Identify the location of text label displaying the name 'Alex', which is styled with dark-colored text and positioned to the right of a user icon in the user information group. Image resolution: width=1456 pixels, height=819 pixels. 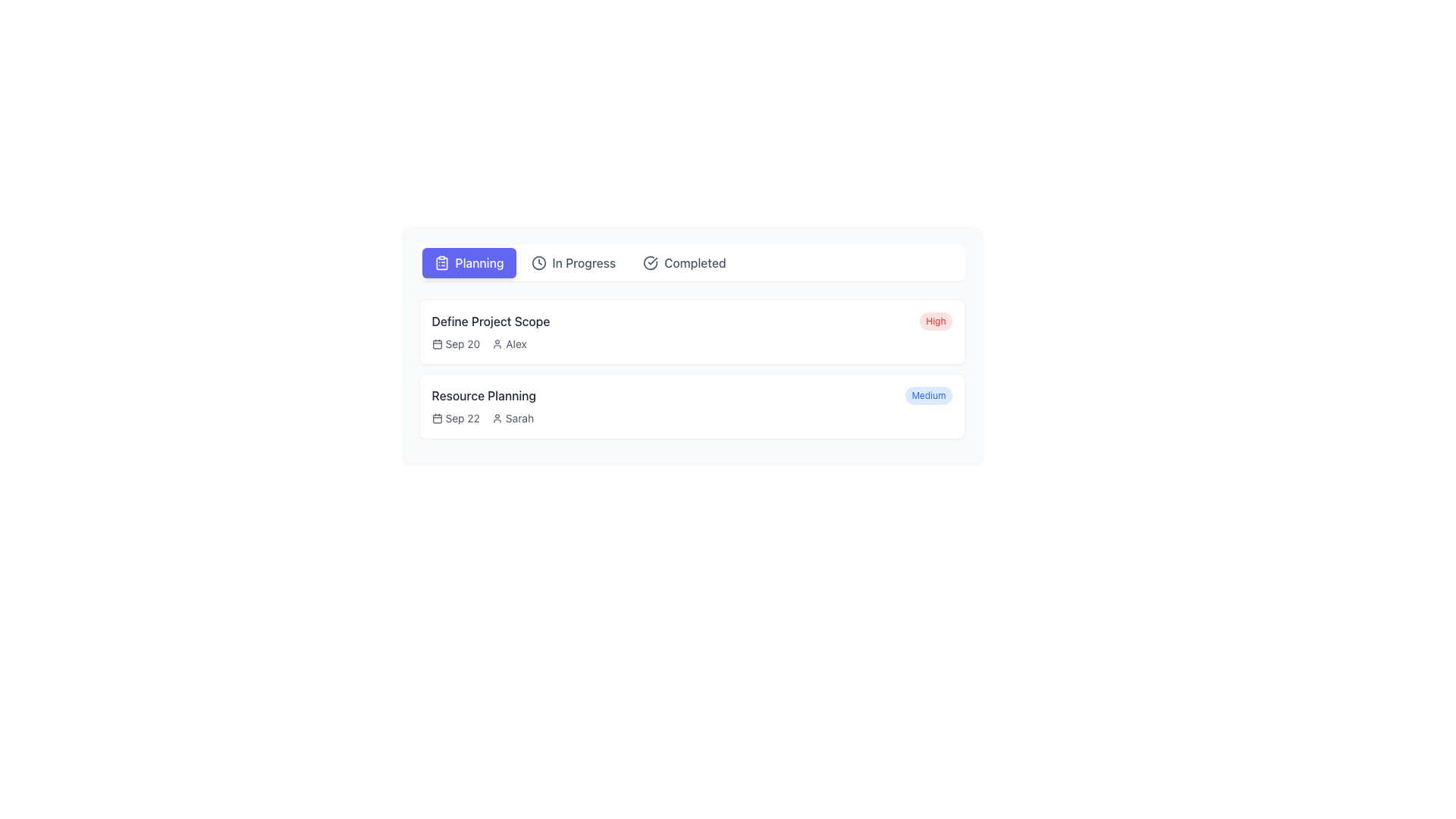
(516, 344).